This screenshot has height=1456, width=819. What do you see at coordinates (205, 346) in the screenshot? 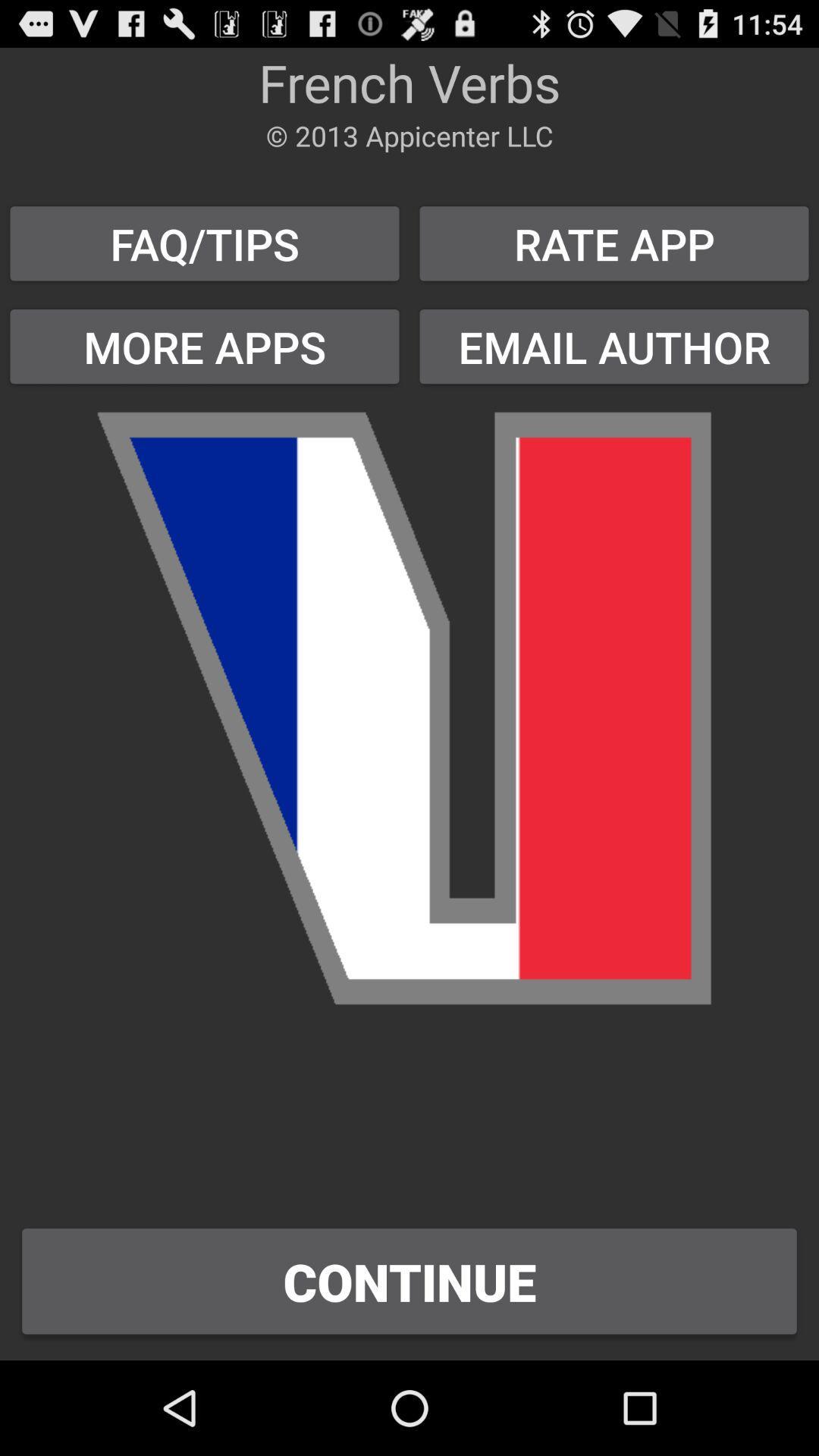
I see `the item to the left of the rate app button` at bounding box center [205, 346].